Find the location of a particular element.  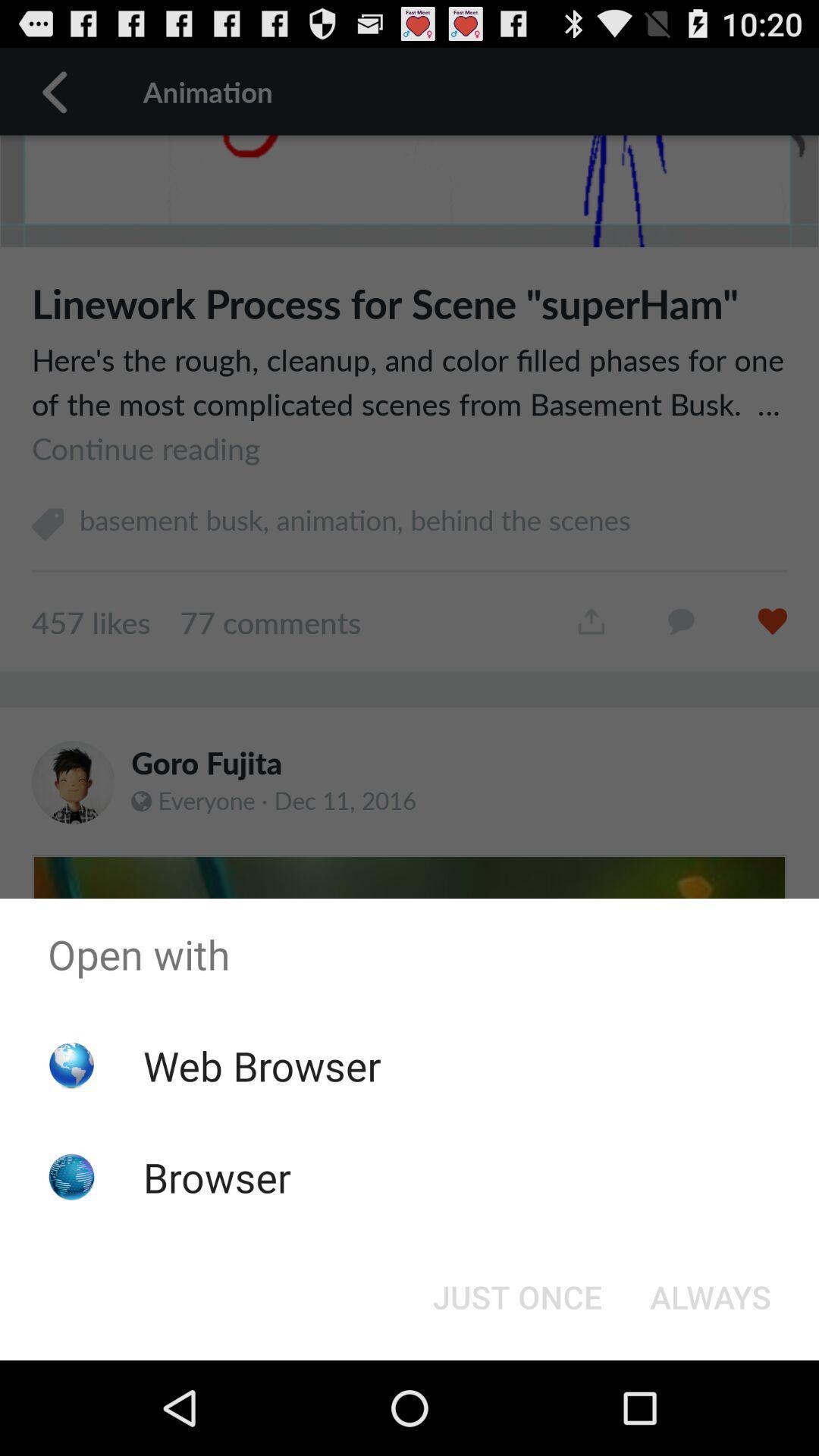

app above the browser icon is located at coordinates (261, 1065).